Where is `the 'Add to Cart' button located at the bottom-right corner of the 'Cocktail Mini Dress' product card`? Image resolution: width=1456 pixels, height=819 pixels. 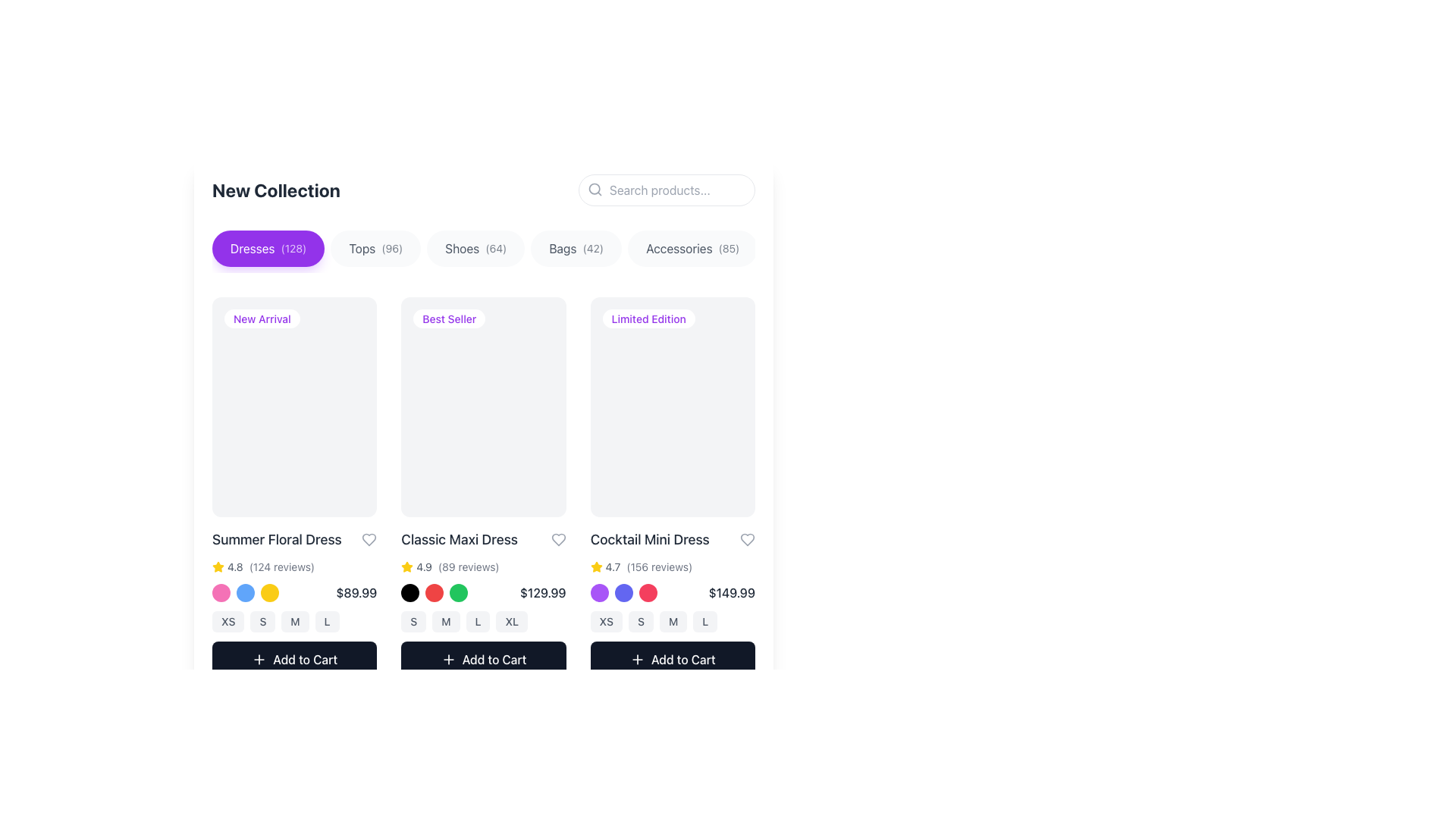
the 'Add to Cart' button located at the bottom-right corner of the 'Cocktail Mini Dress' product card is located at coordinates (682, 658).